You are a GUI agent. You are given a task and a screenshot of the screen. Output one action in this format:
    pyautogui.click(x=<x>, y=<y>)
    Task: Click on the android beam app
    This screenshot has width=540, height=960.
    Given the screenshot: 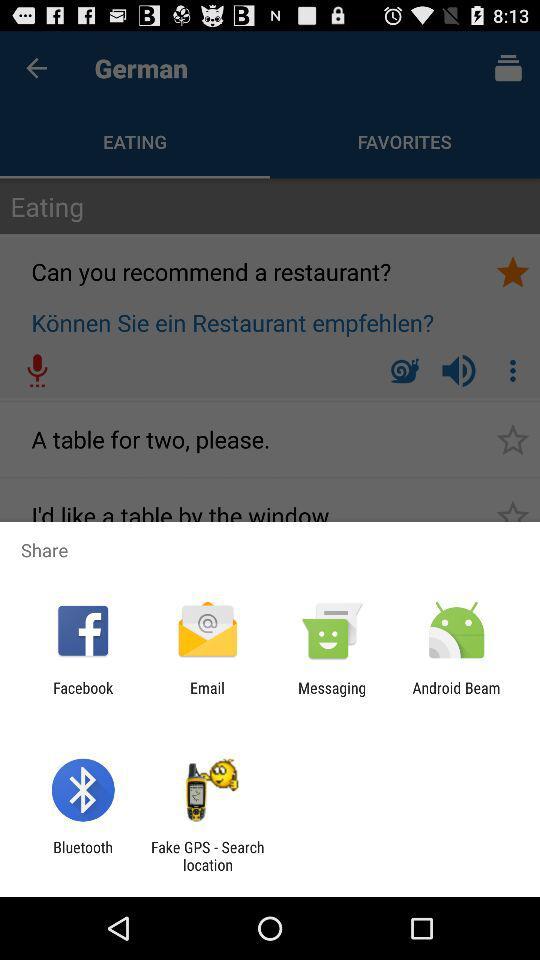 What is the action you would take?
    pyautogui.click(x=456, y=696)
    